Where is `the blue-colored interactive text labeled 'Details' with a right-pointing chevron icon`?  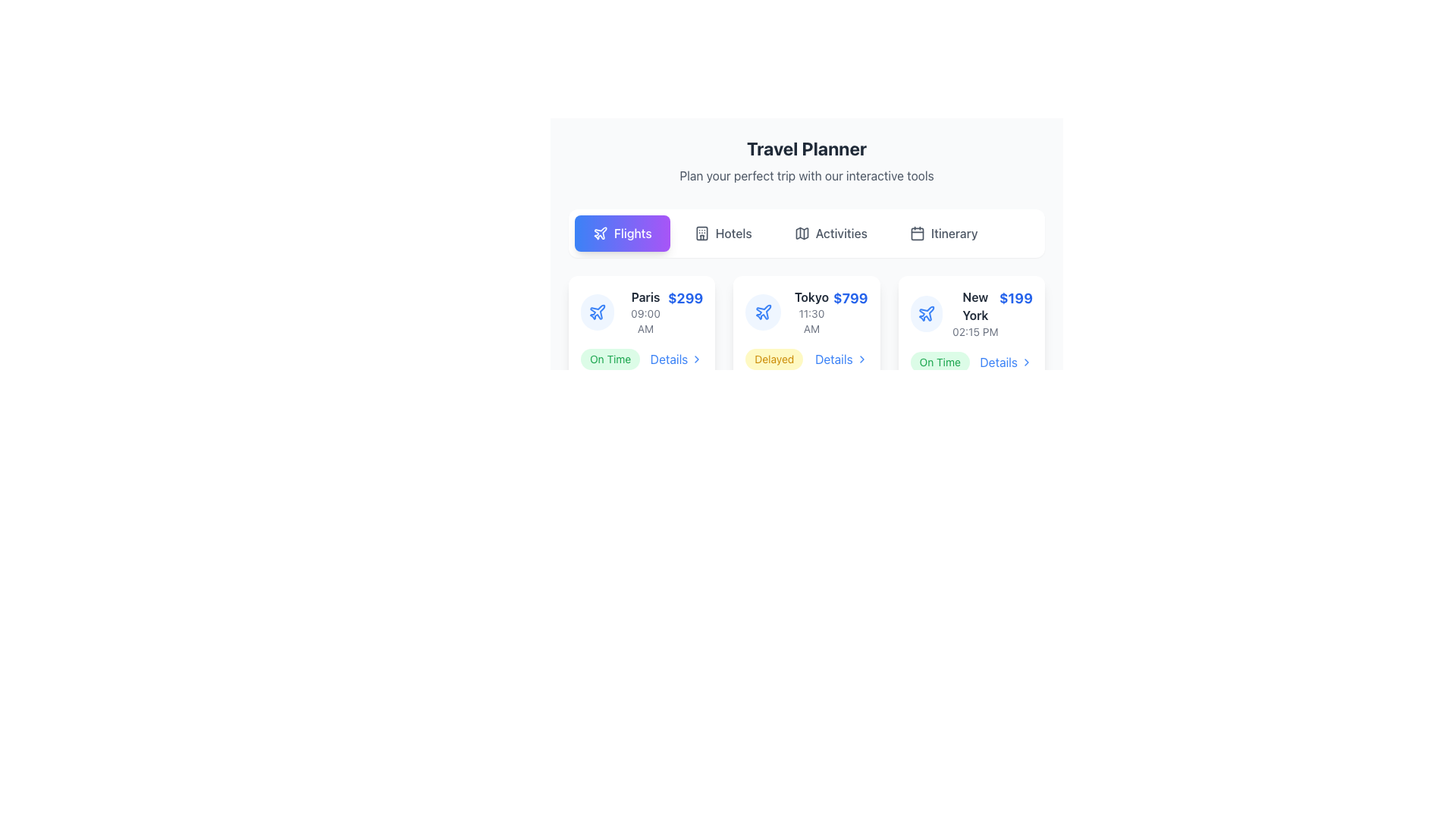
the blue-colored interactive text labeled 'Details' with a right-pointing chevron icon is located at coordinates (840, 359).